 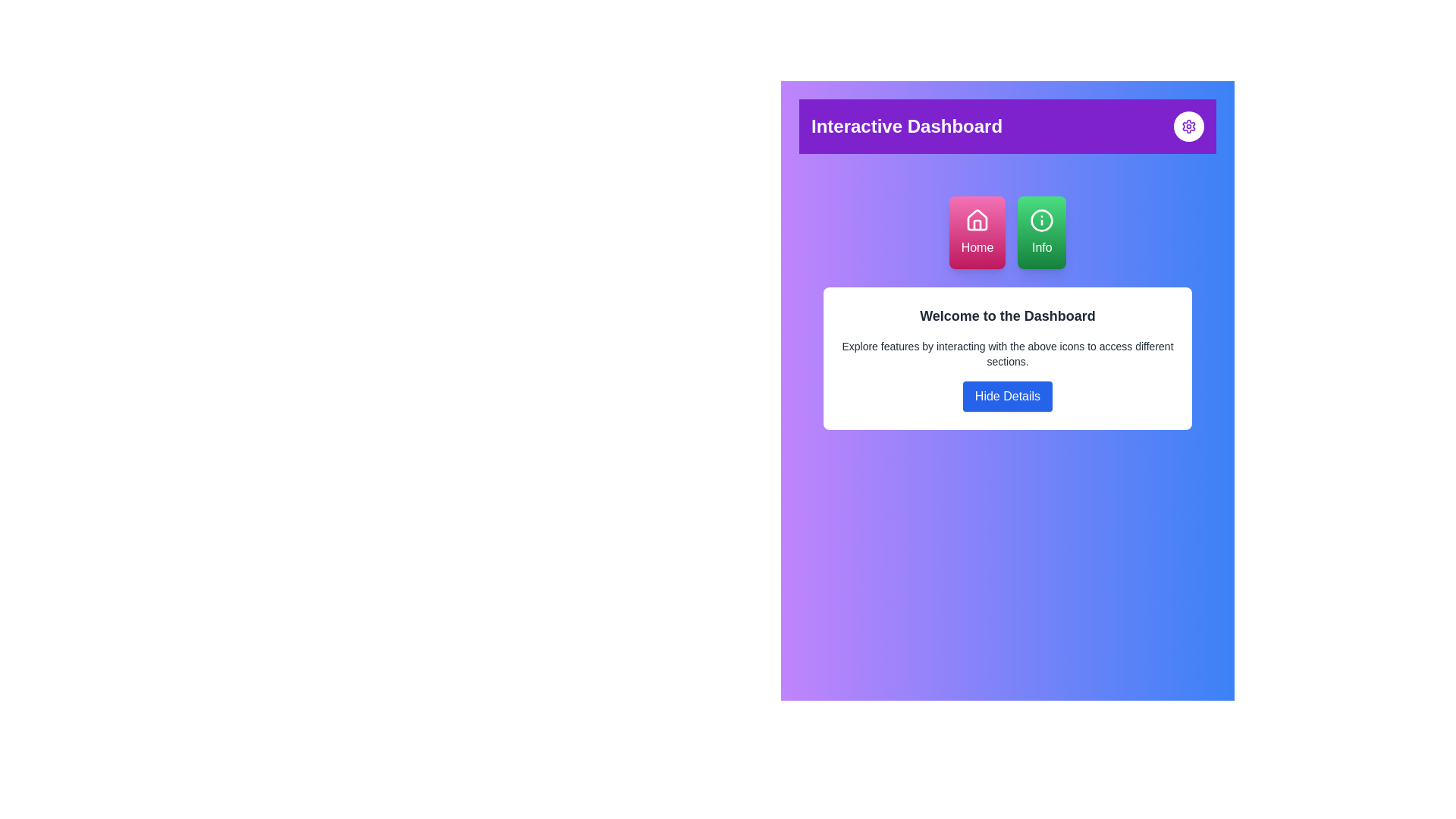 I want to click on the circular vector graphic element located inside the green 'Info' button, which is positioned below the purple header bar and to the right of the pink 'Home' button, so click(x=1040, y=220).